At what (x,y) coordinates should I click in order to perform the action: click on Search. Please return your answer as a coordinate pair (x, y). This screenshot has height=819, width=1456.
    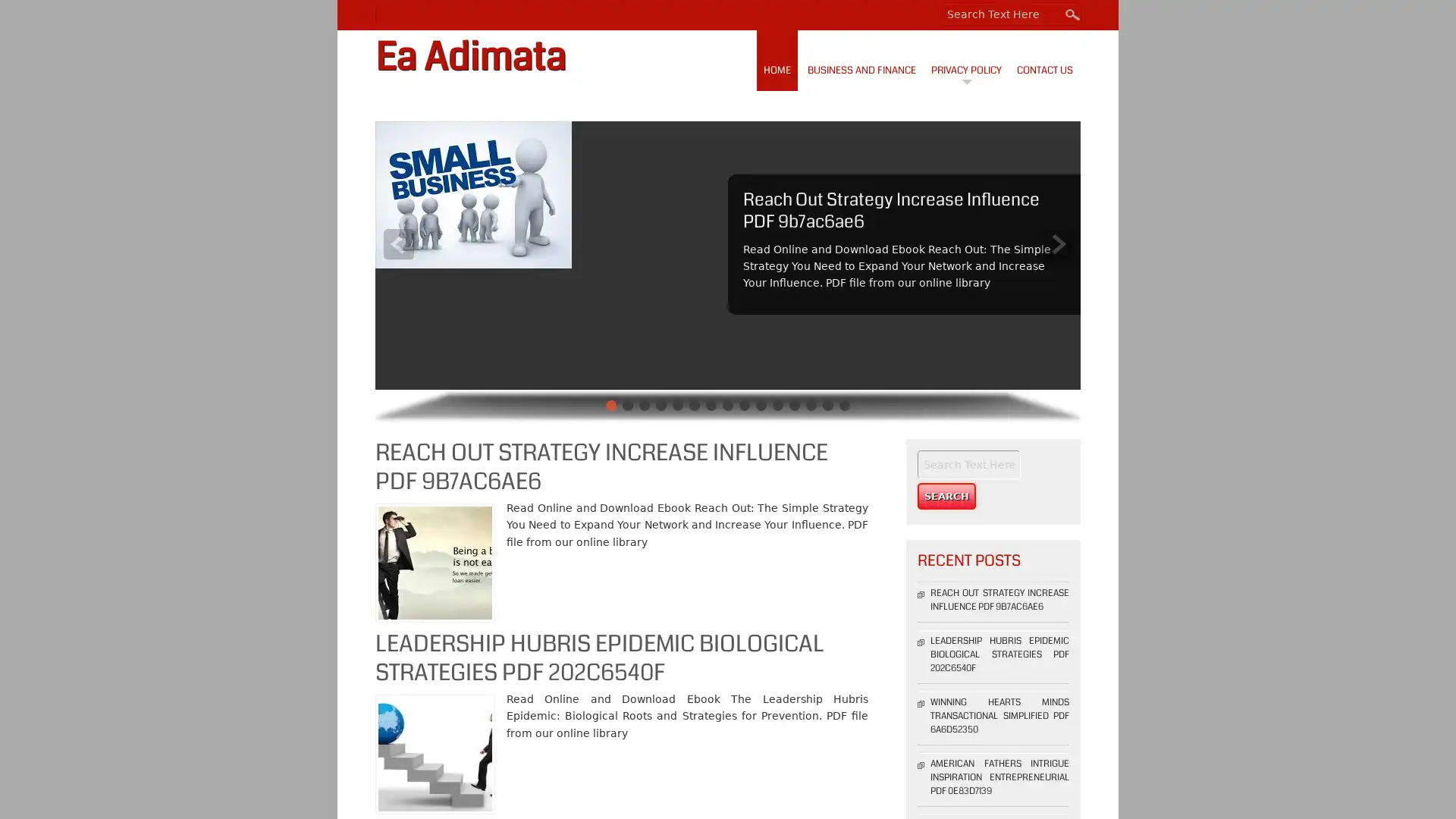
    Looking at the image, I should click on (946, 496).